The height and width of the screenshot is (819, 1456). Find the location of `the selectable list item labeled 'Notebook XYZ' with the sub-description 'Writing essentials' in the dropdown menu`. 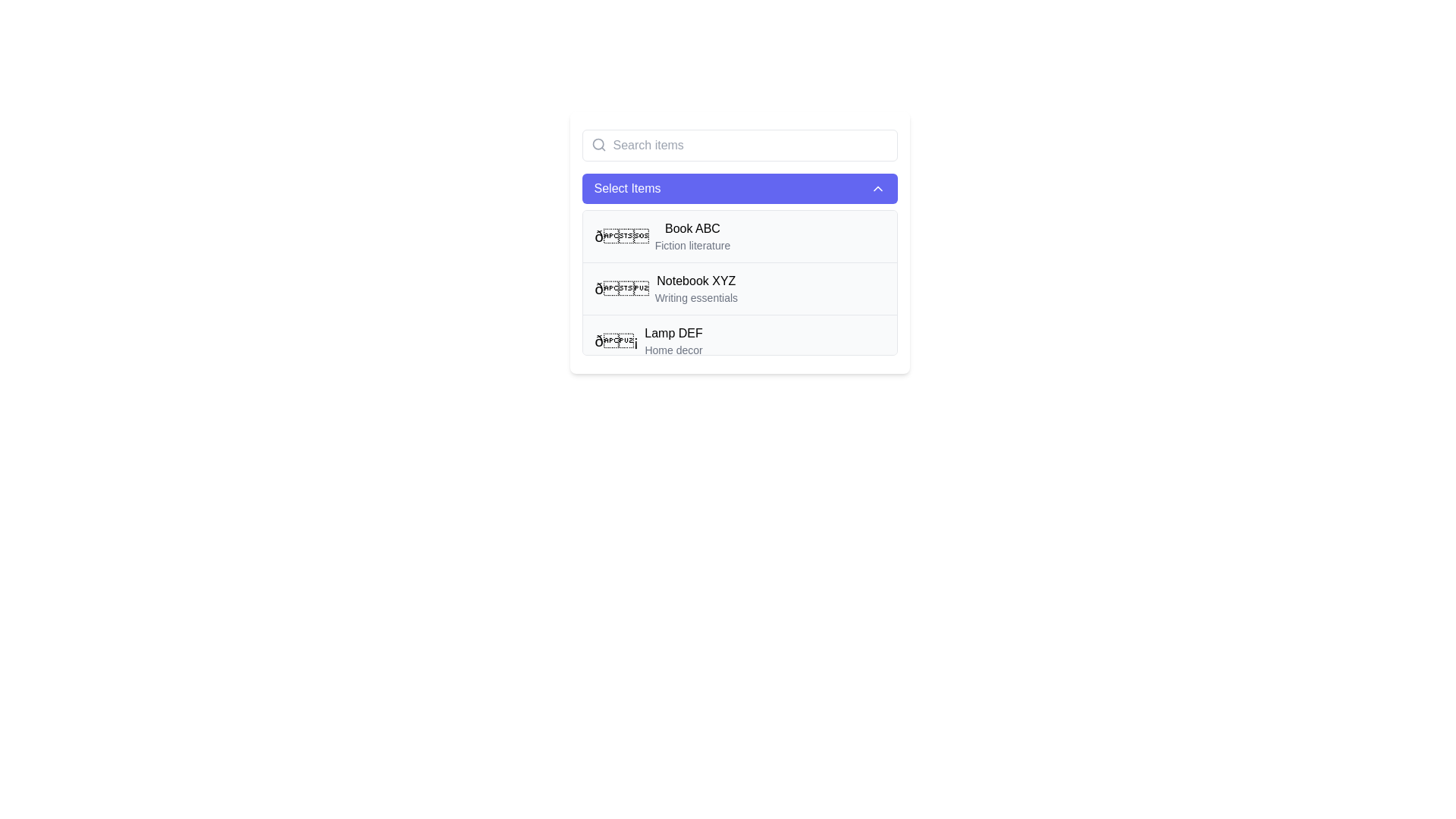

the selectable list item labeled 'Notebook XYZ' with the sub-description 'Writing essentials' in the dropdown menu is located at coordinates (666, 289).